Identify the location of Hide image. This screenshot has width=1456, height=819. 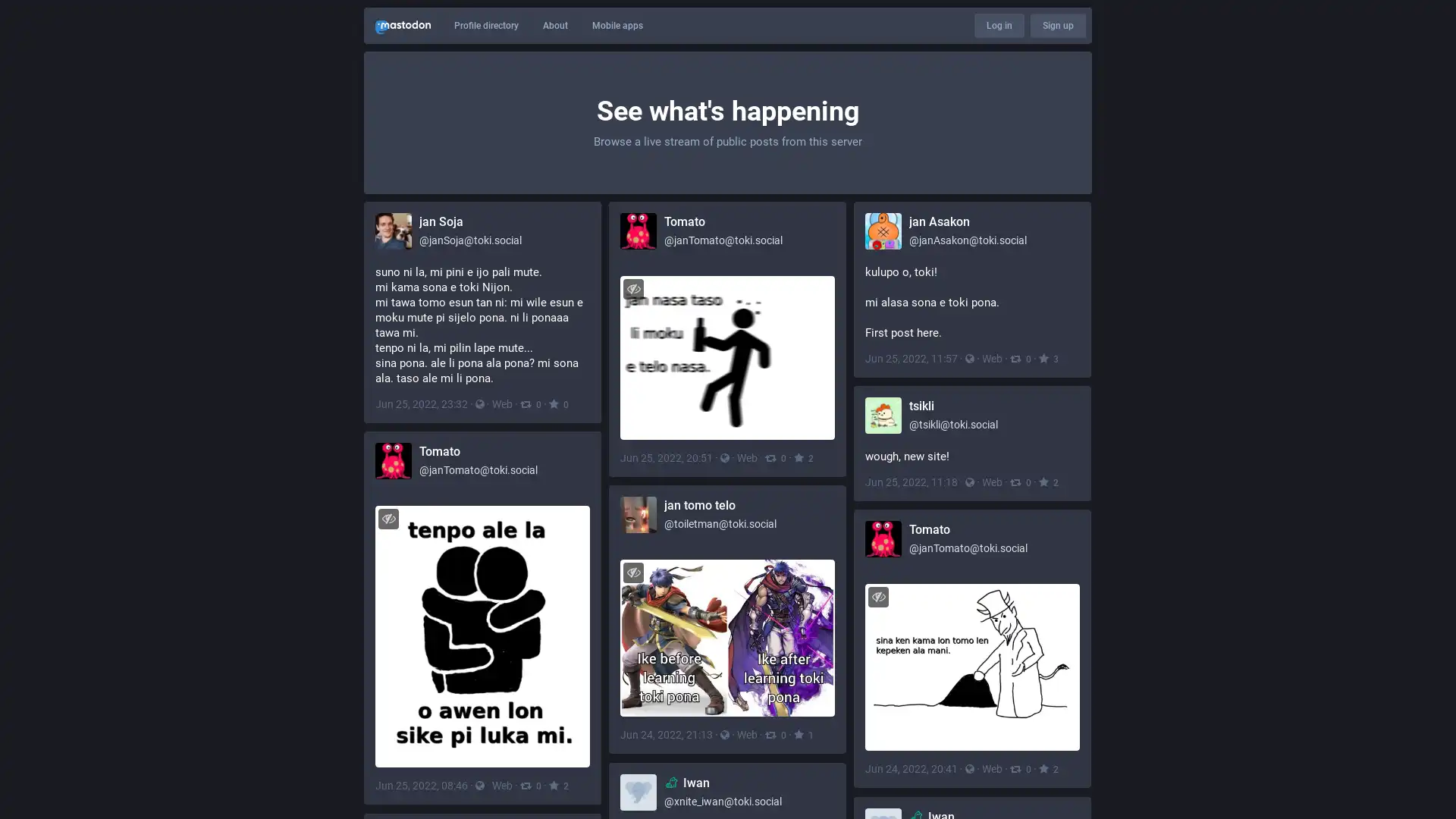
(388, 517).